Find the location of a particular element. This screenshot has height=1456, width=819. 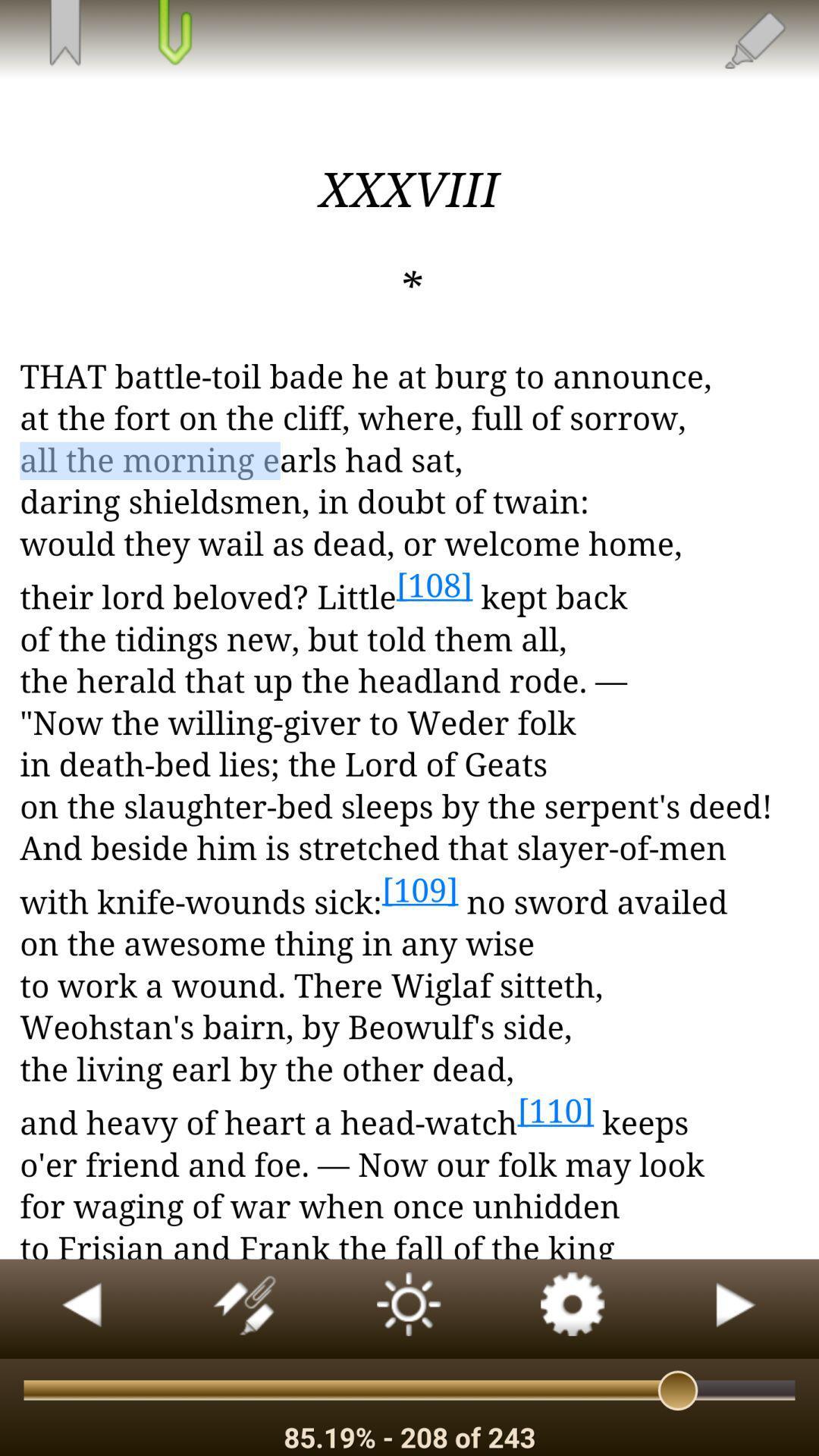

previous is located at coordinates (82, 1308).